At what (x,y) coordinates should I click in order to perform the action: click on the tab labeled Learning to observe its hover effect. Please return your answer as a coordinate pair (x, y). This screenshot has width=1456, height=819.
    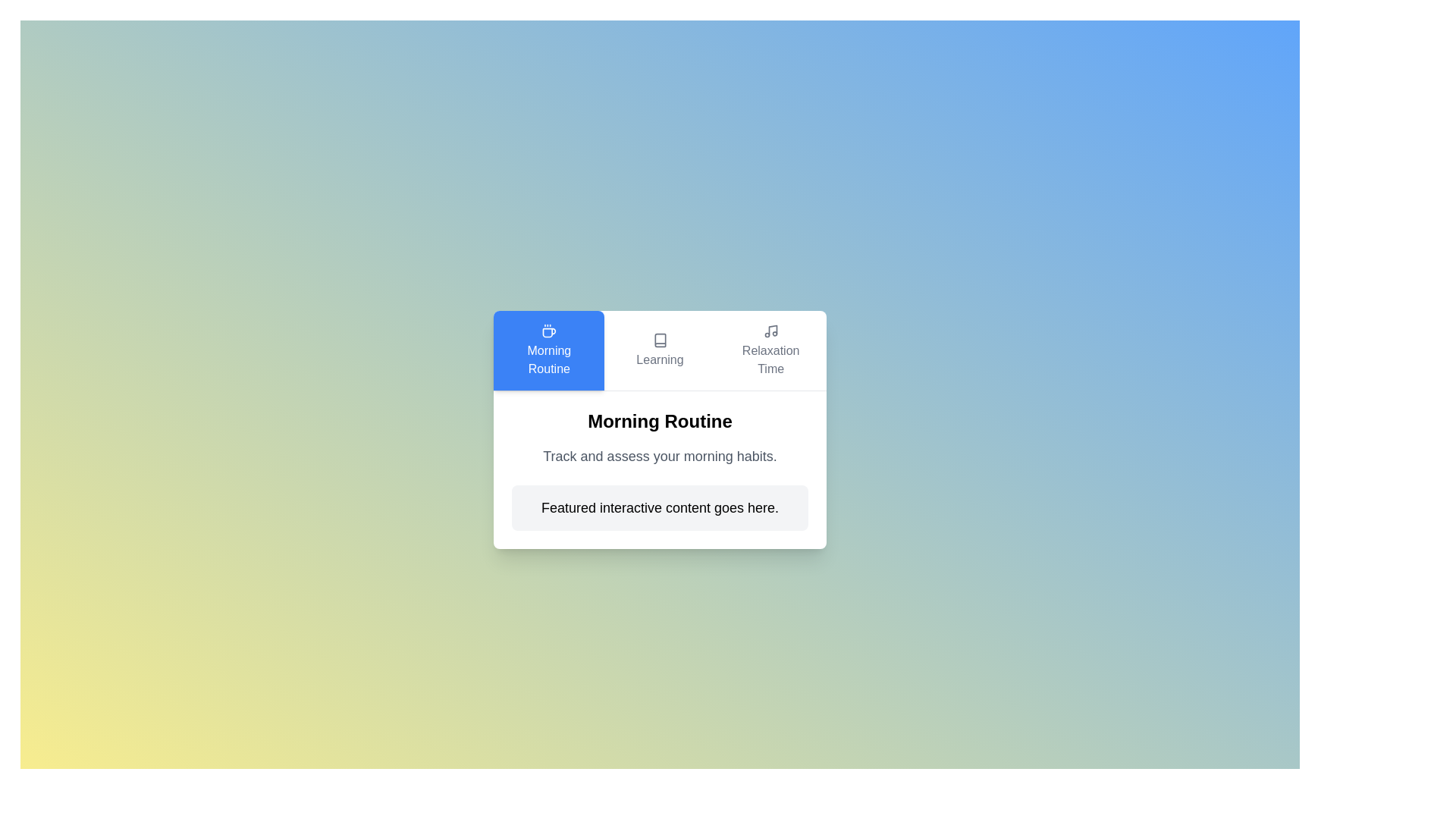
    Looking at the image, I should click on (660, 350).